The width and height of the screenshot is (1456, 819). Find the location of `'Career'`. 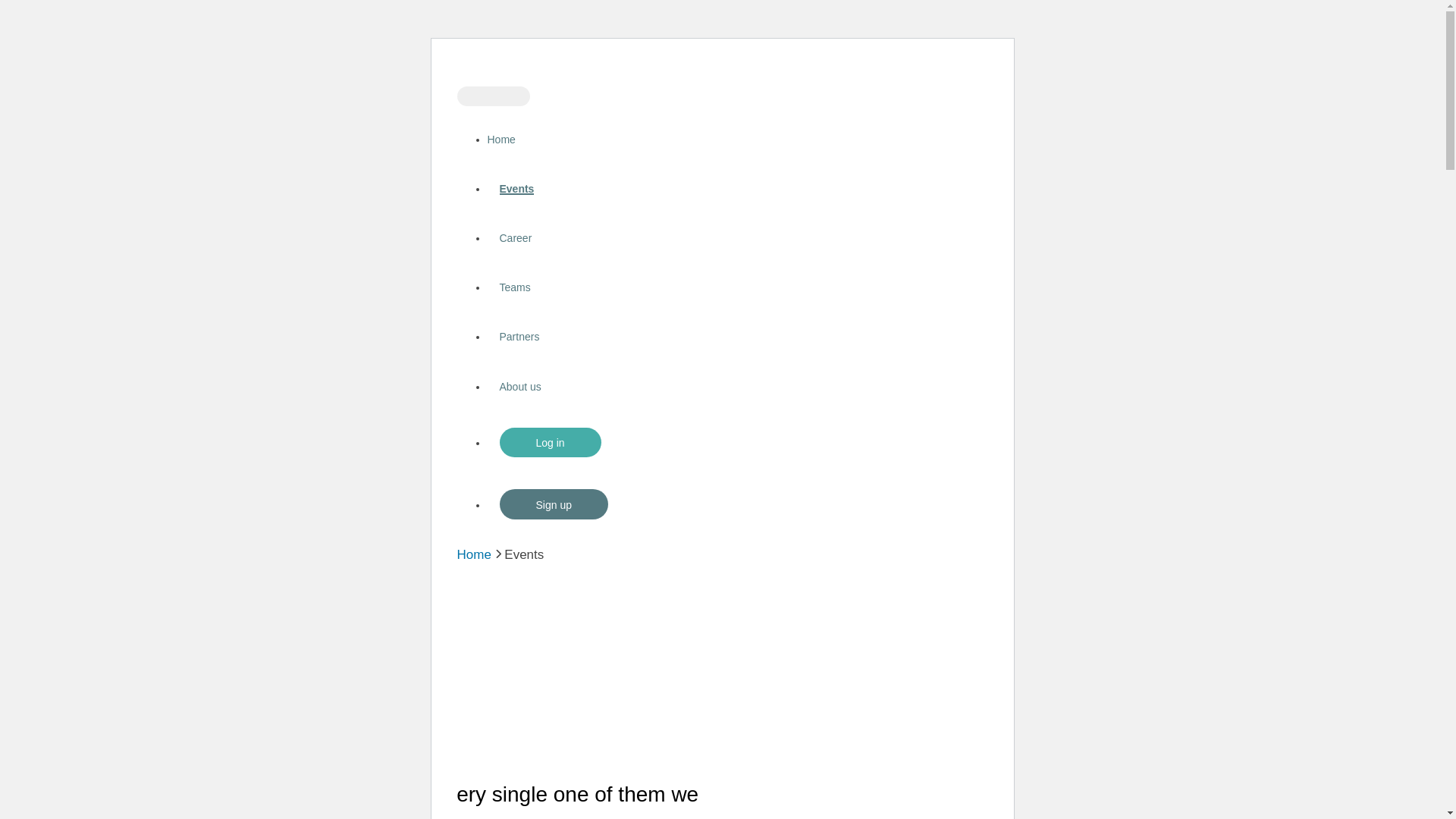

'Career' is located at coordinates (515, 237).